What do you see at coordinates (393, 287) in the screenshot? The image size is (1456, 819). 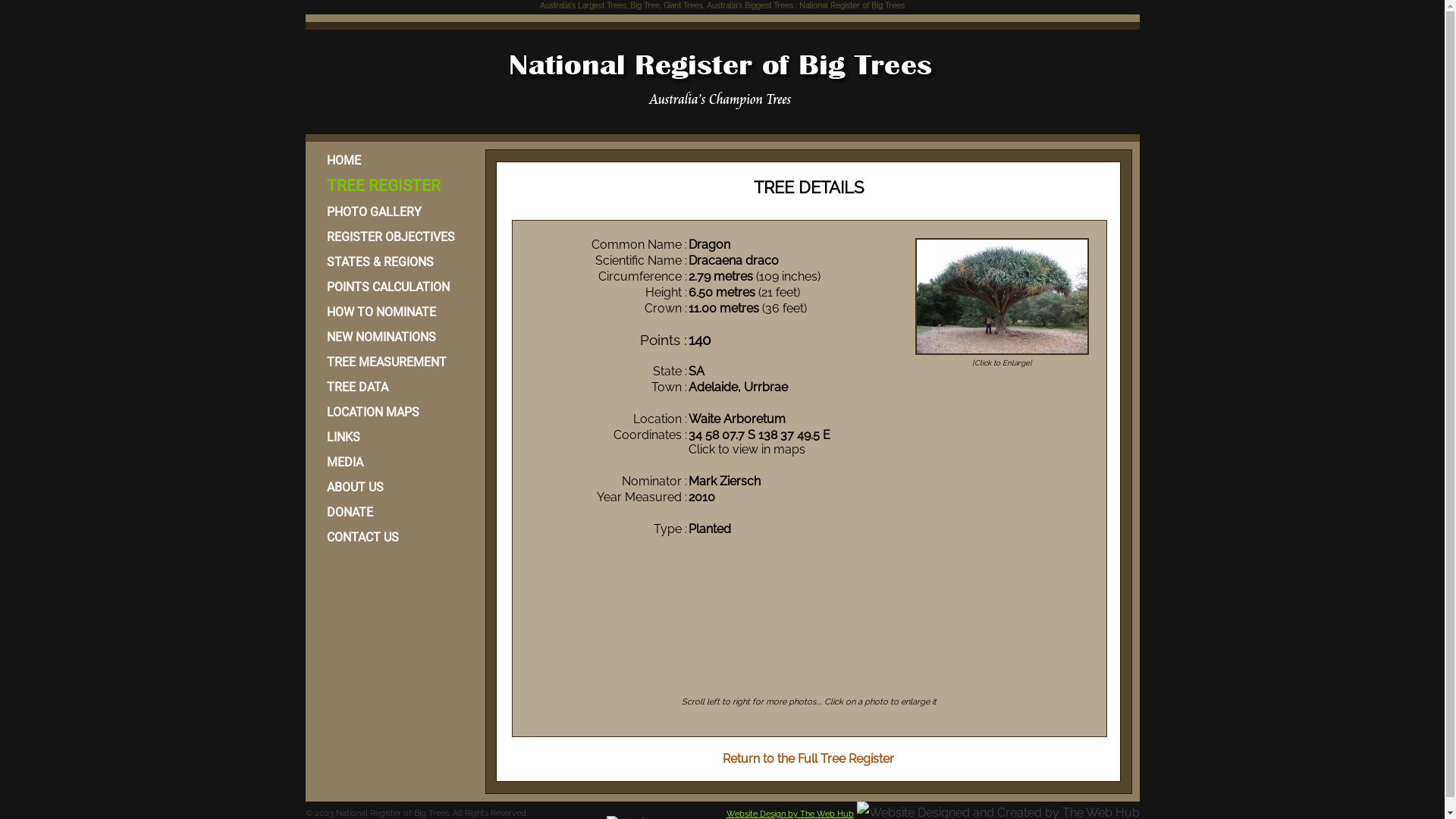 I see `'POINTS CALCULATION'` at bounding box center [393, 287].